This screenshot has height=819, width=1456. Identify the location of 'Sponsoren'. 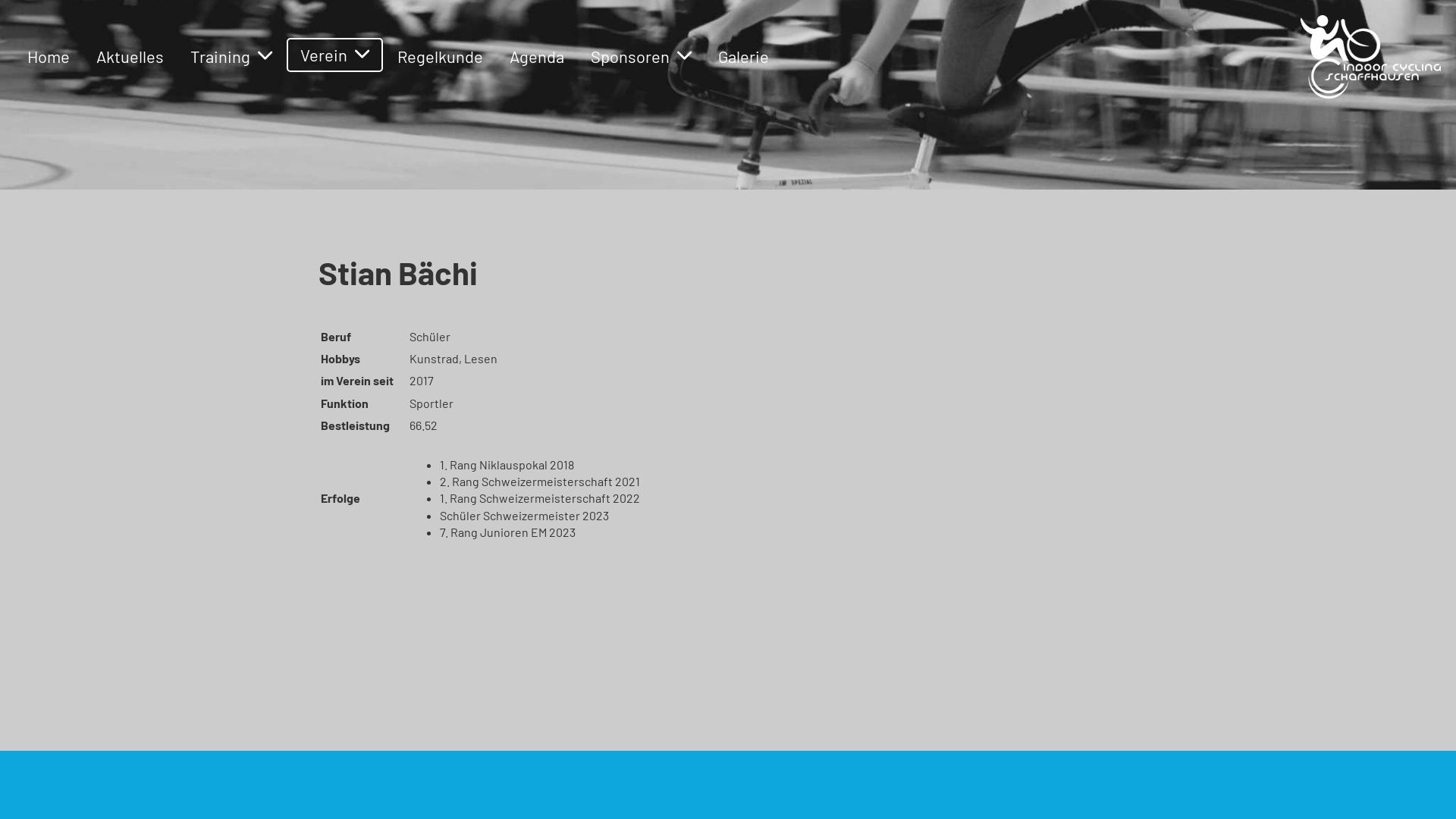
(641, 55).